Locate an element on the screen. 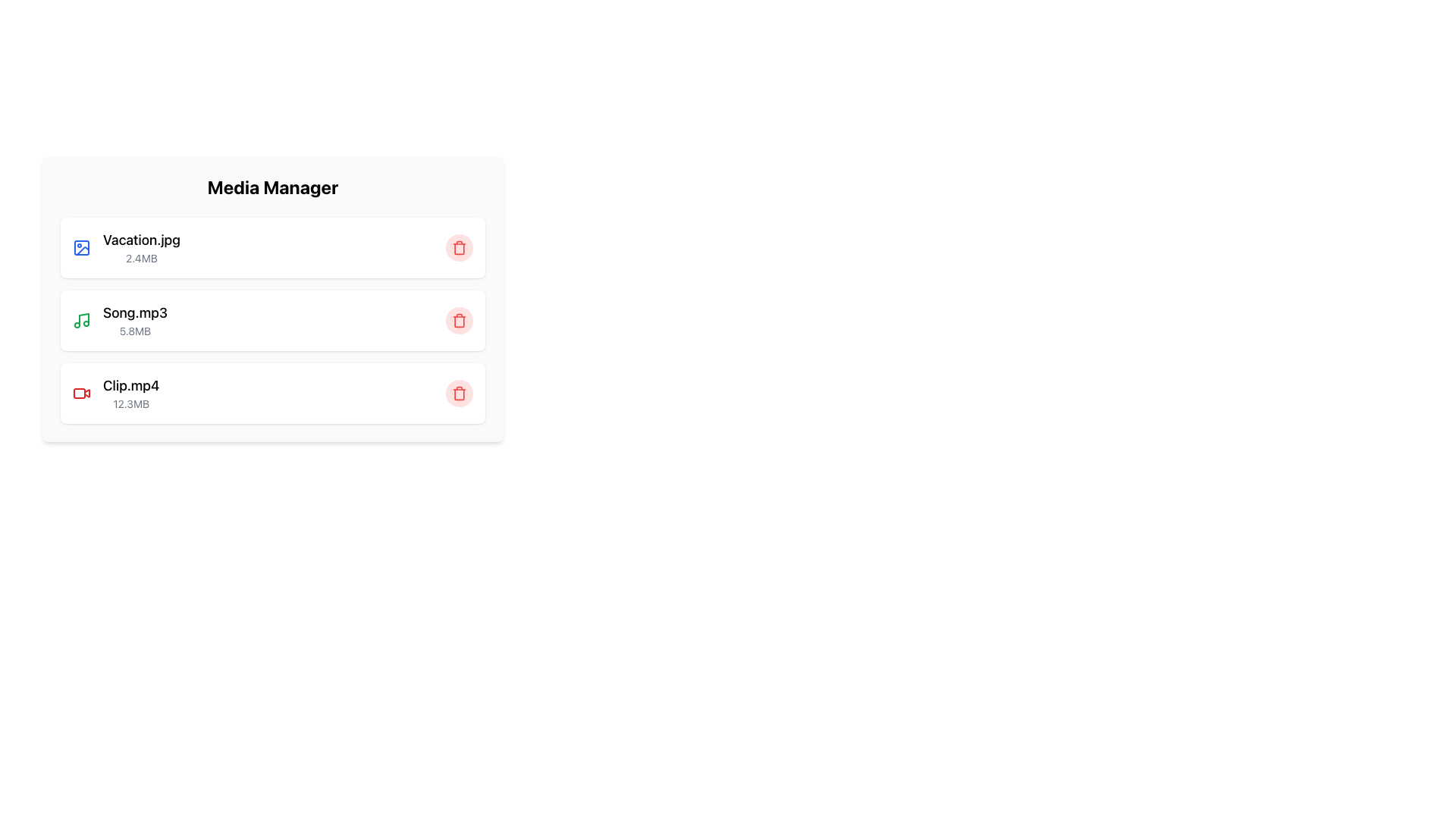 Image resolution: width=1456 pixels, height=819 pixels. the label representing the name of the media file in the second entry of the file listing interface, which is positioned above the file size text '5.8MB' and adjacent to a green music icon is located at coordinates (135, 312).